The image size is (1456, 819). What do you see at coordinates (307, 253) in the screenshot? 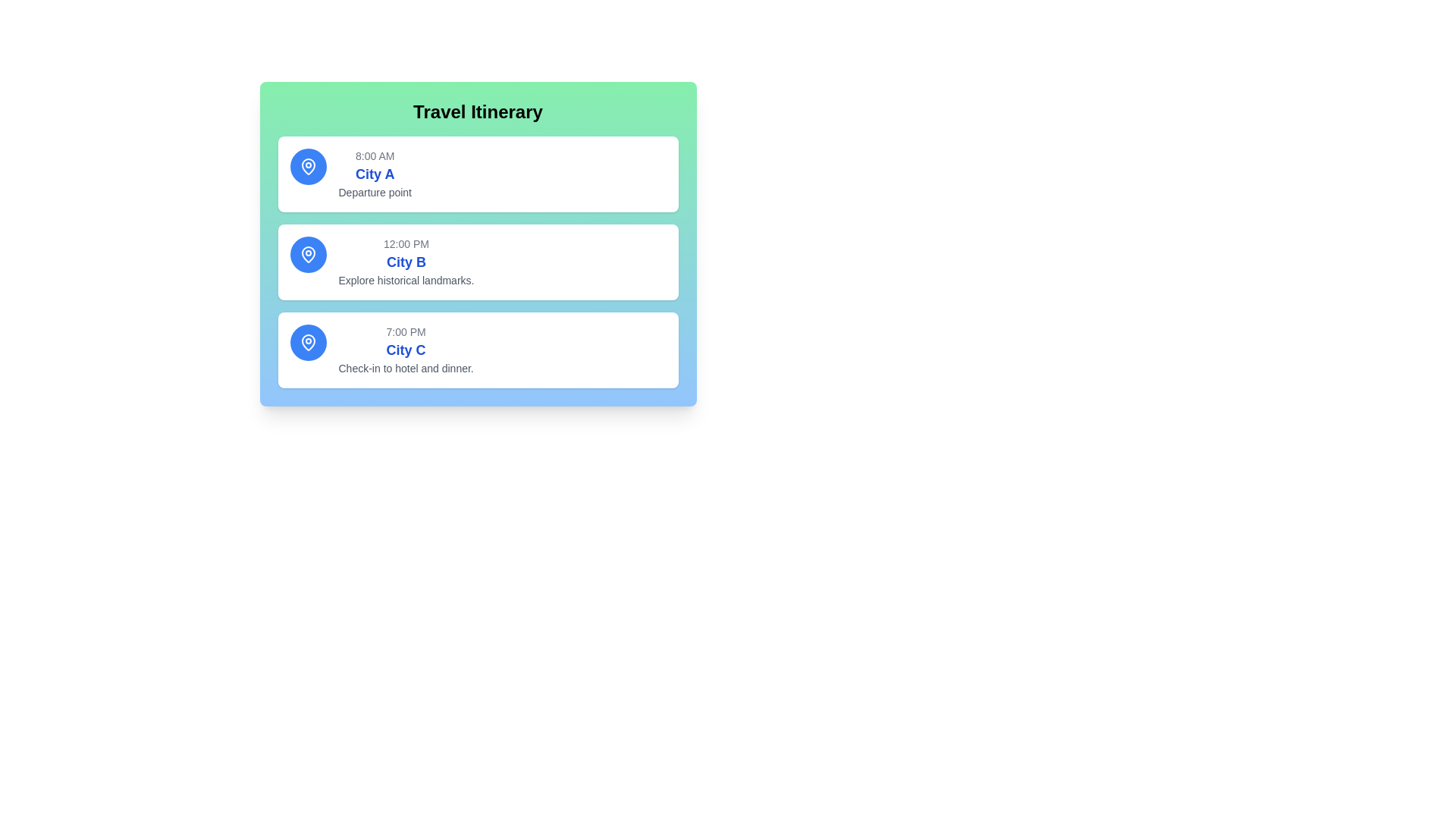
I see `the solid blue circular Icon button with a white pin icon, located in the travel itinerary section, aligned with the labels '12:00 PM,' 'City B,' and 'Explore historical landmarks.'` at bounding box center [307, 253].